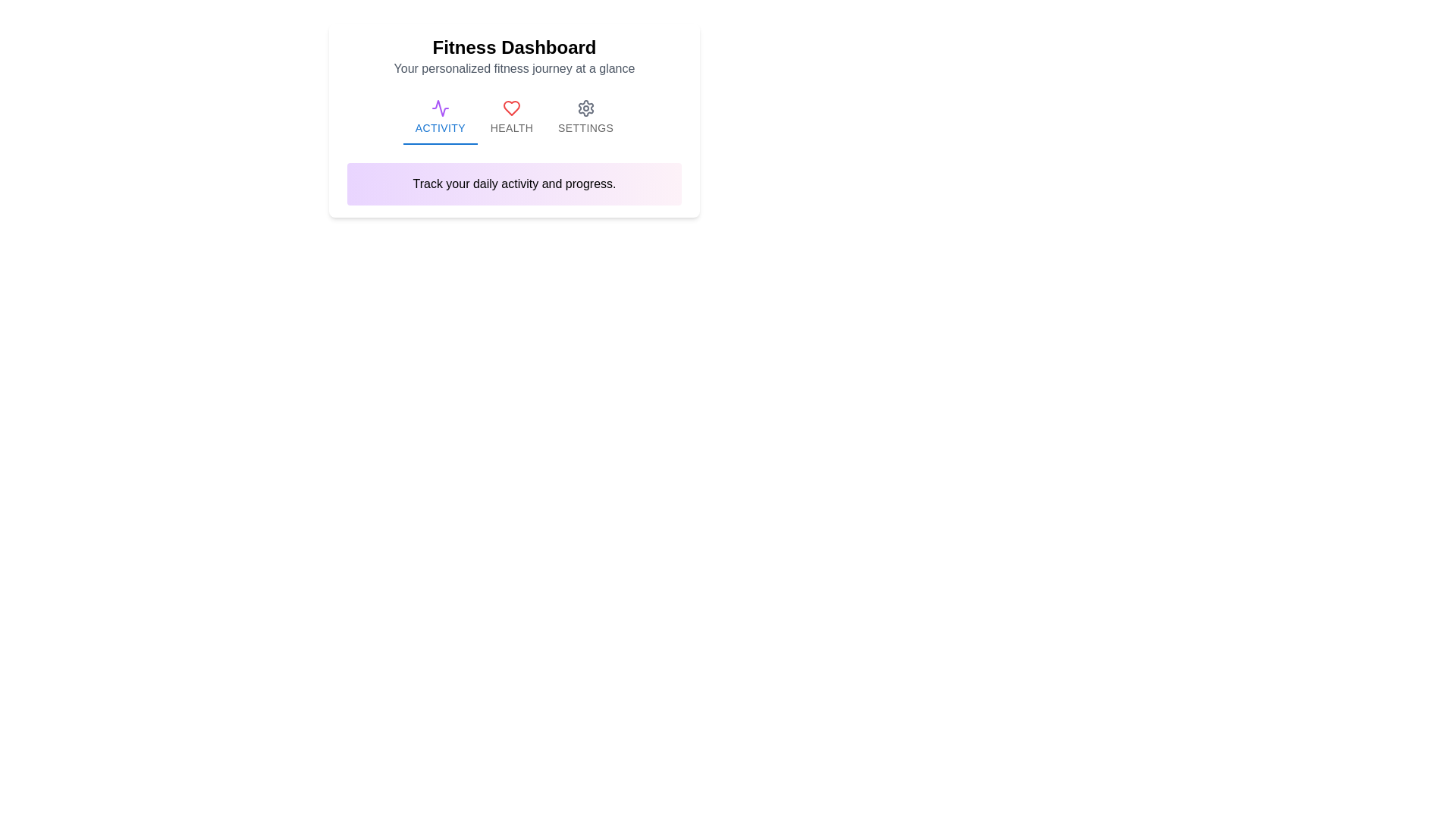 Image resolution: width=1456 pixels, height=819 pixels. I want to click on the SVG icon representing the Health category in the dashboard, so click(512, 107).